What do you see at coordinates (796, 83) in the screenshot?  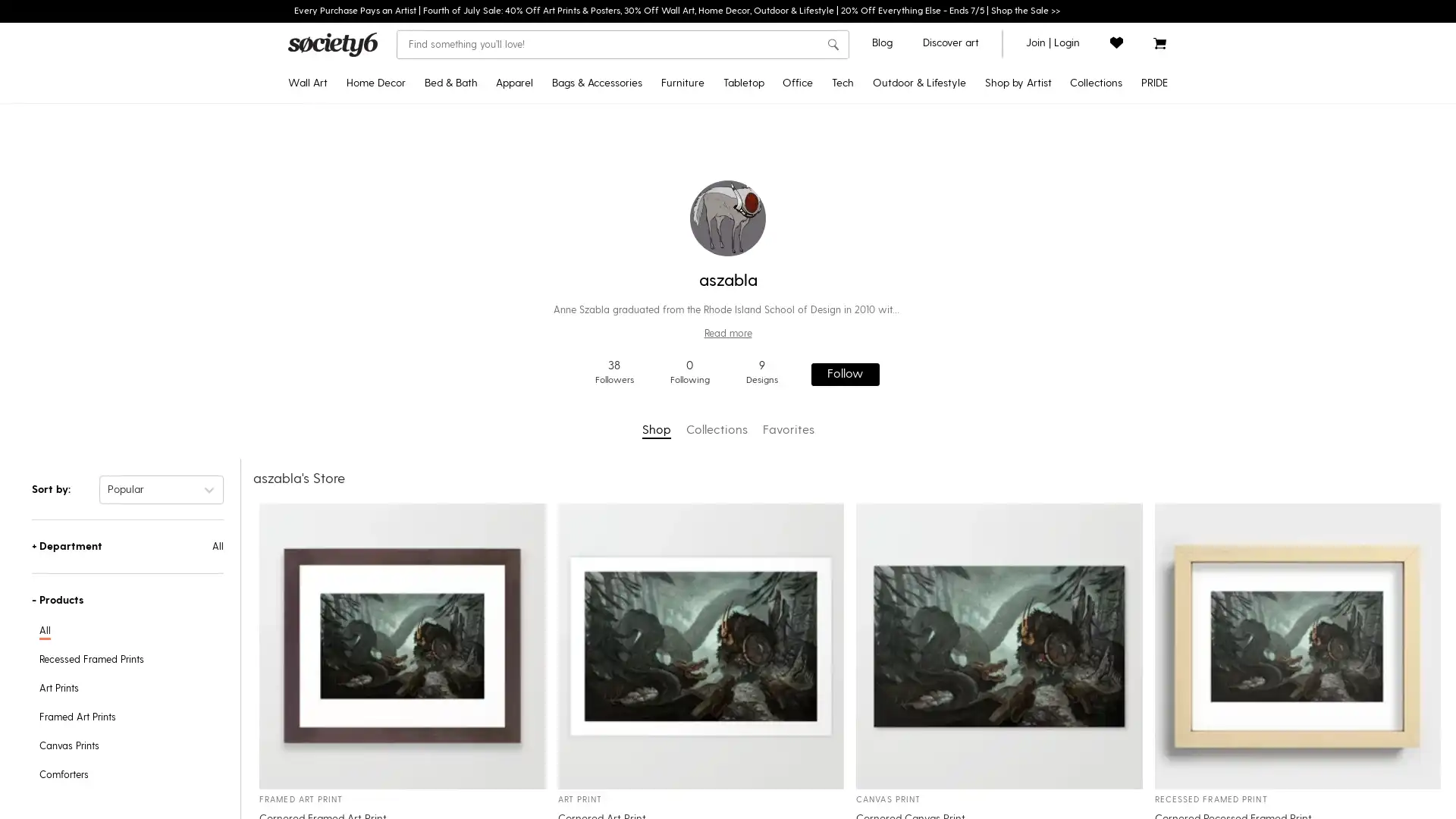 I see `Office` at bounding box center [796, 83].